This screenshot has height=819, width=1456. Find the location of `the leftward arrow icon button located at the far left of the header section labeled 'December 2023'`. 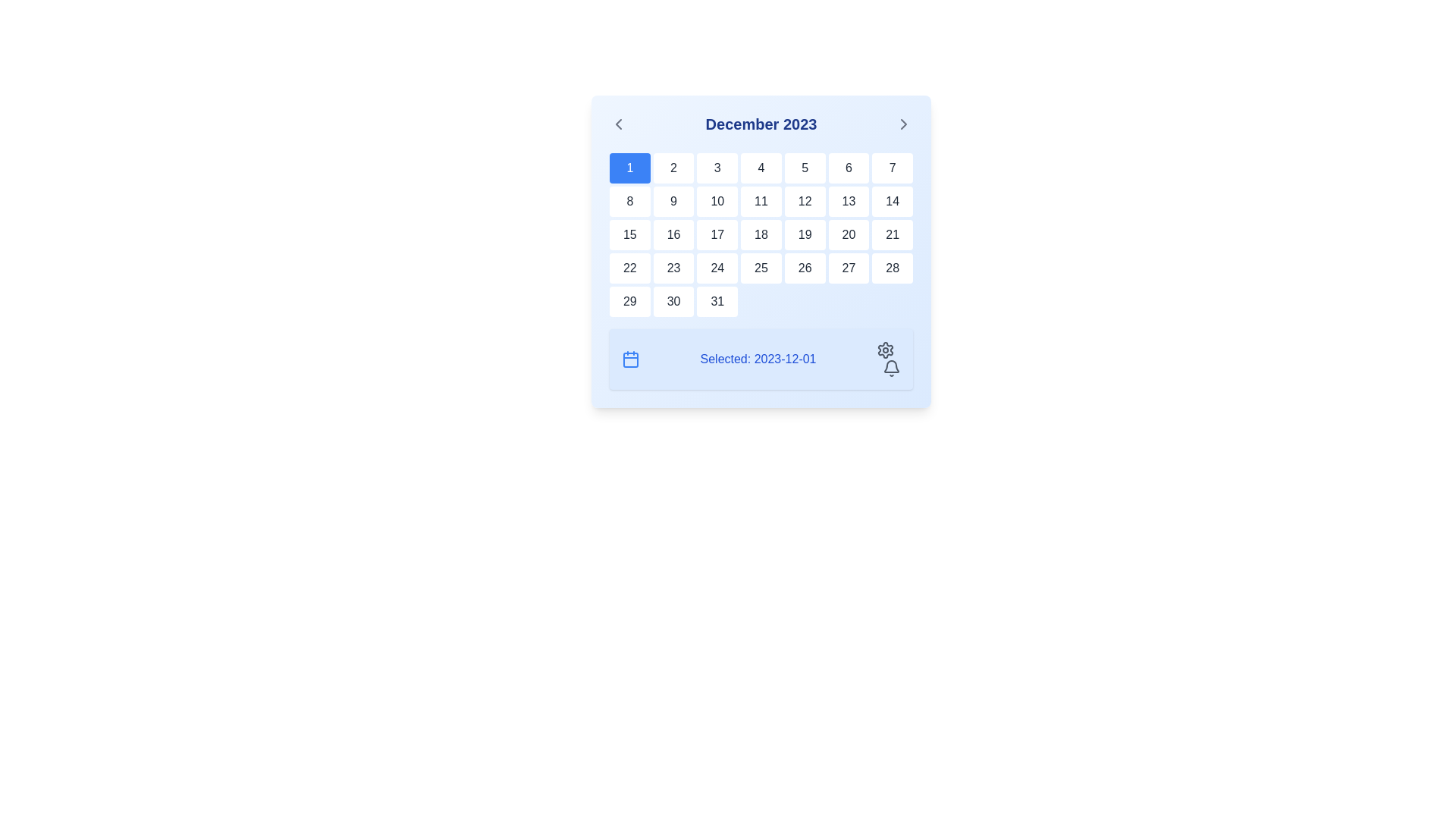

the leftward arrow icon button located at the far left of the header section labeled 'December 2023' is located at coordinates (619, 124).